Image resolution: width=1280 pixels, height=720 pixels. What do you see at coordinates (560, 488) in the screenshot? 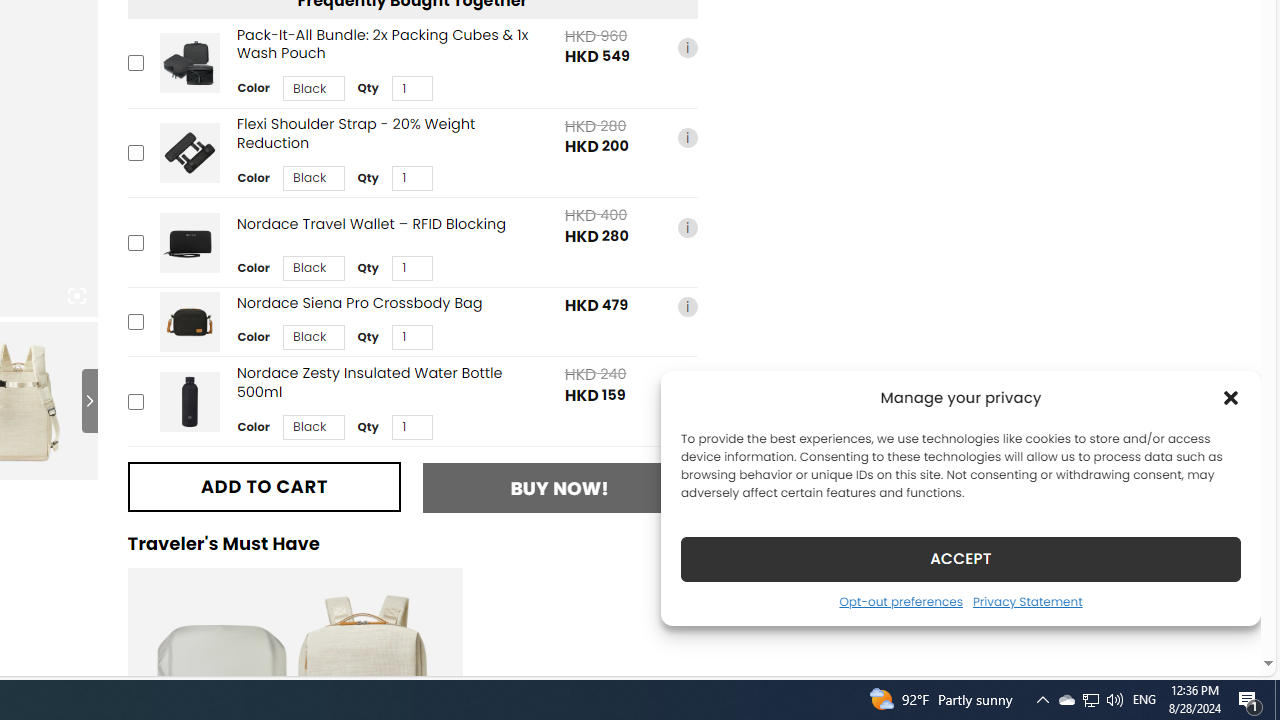
I see `'BUY NOW!'` at bounding box center [560, 488].